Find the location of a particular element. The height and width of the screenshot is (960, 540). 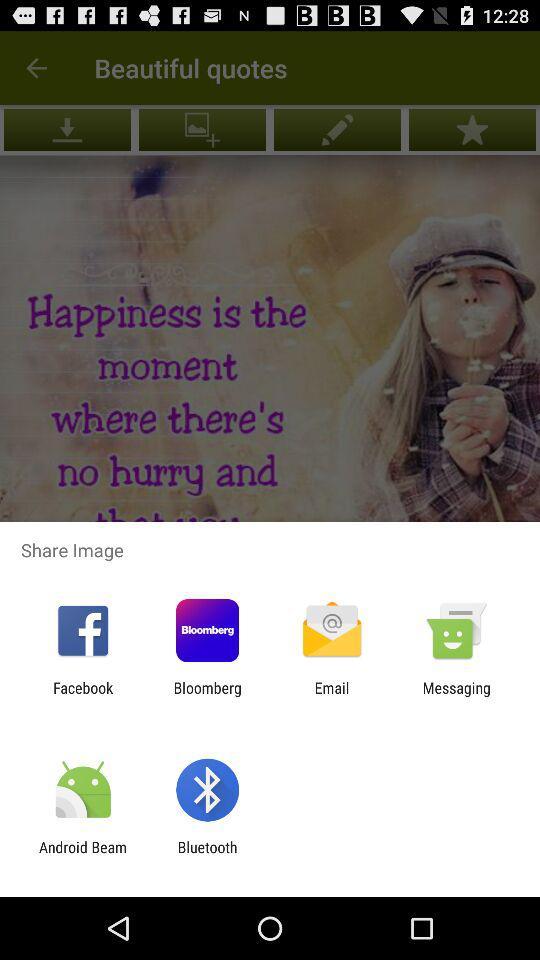

facebook icon is located at coordinates (82, 696).